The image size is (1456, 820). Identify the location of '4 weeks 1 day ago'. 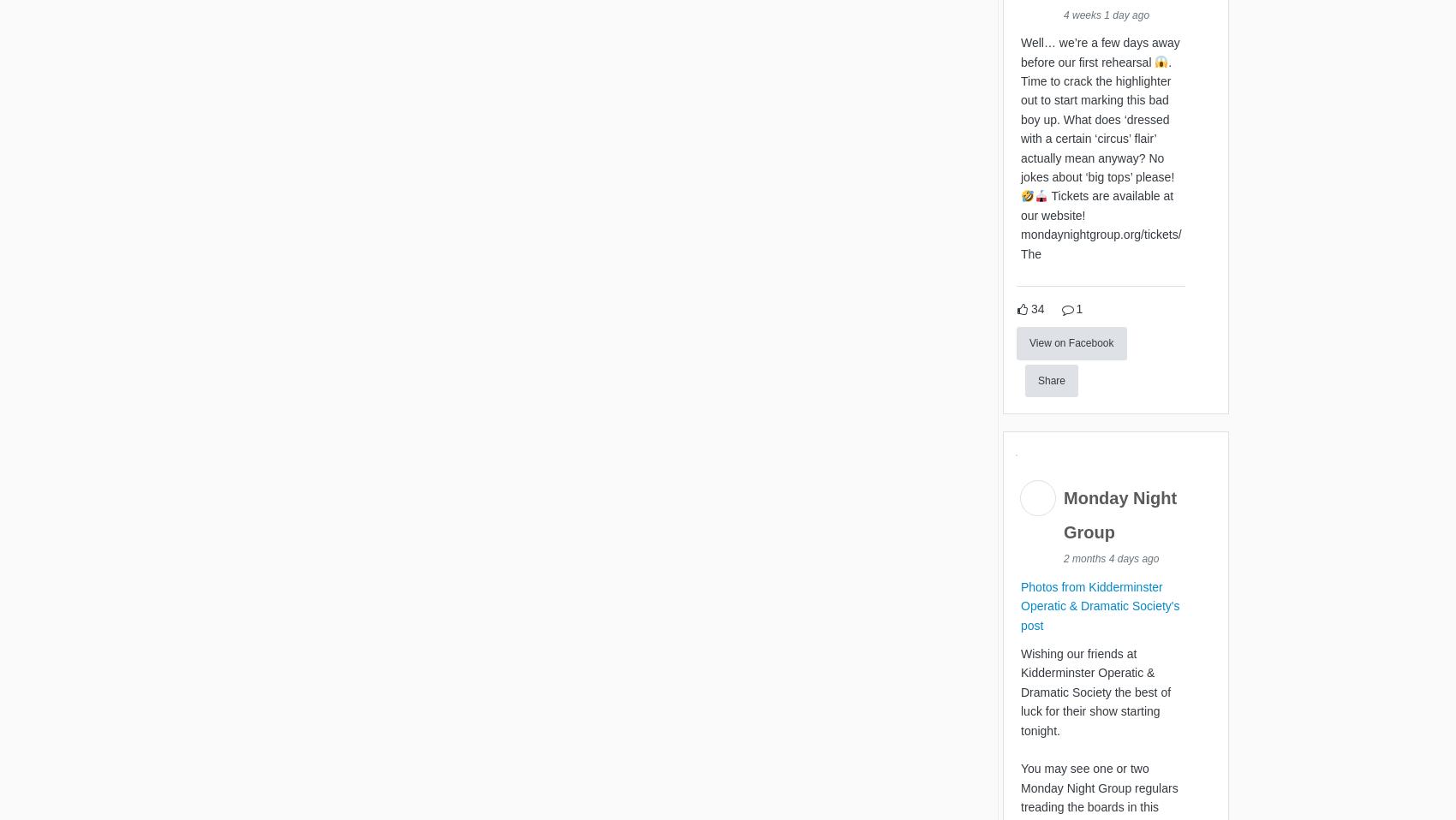
(1063, 16).